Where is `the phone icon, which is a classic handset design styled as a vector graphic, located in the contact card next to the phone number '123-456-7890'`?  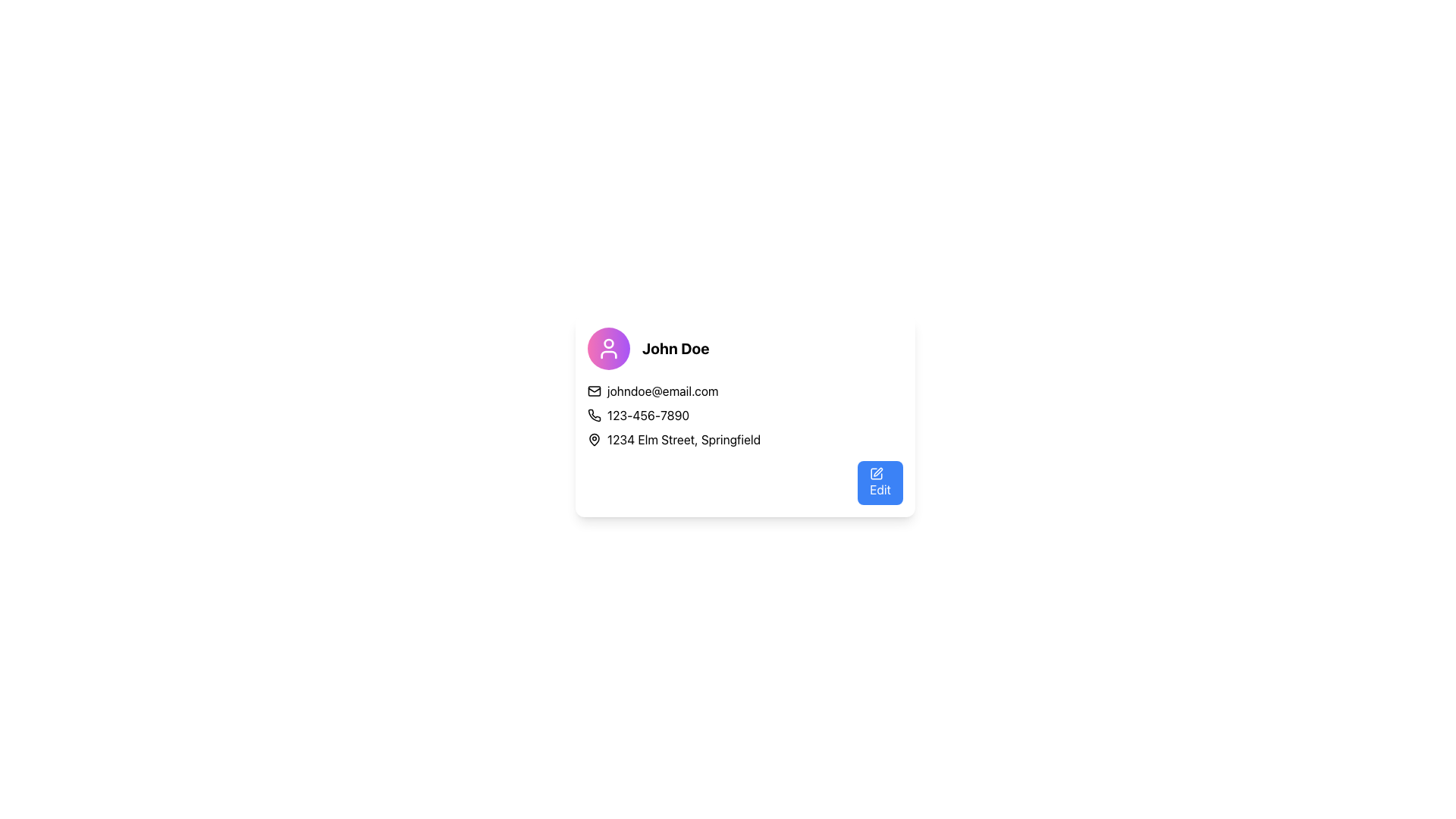
the phone icon, which is a classic handset design styled as a vector graphic, located in the contact card next to the phone number '123-456-7890' is located at coordinates (593, 415).